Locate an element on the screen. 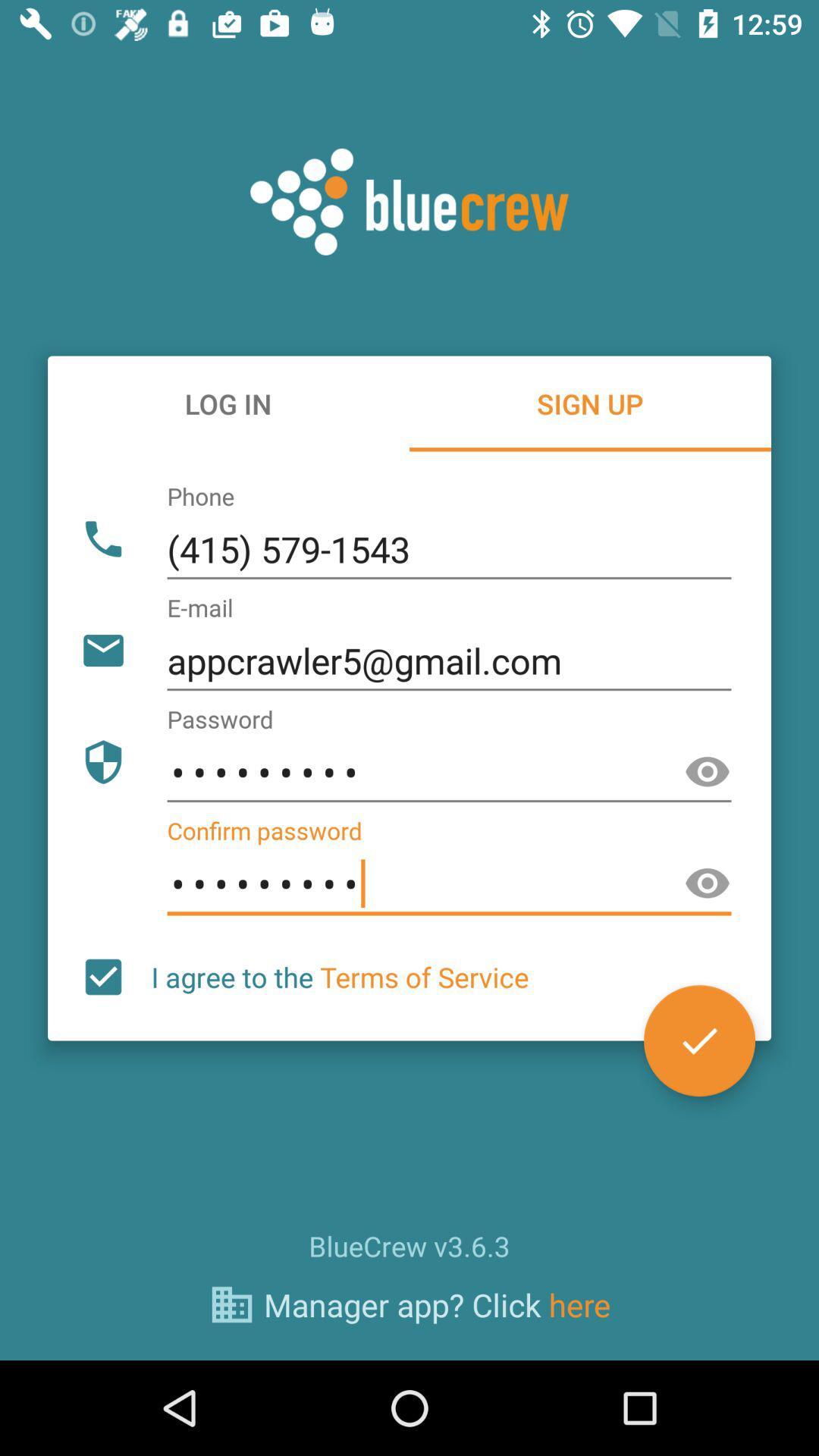  the icon below crowd3116 item is located at coordinates (339, 977).